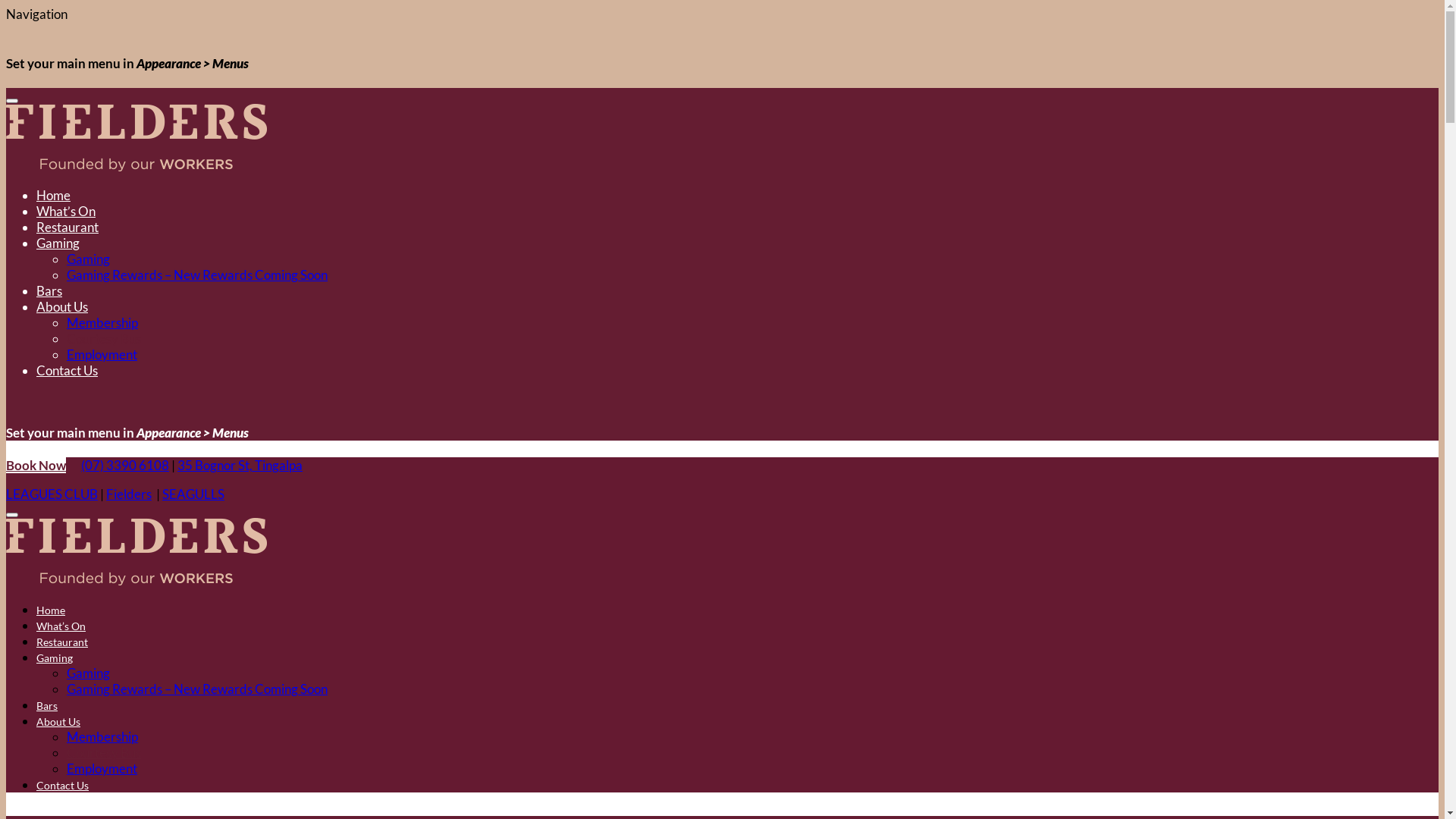  Describe the element at coordinates (58, 720) in the screenshot. I see `'About Us'` at that location.